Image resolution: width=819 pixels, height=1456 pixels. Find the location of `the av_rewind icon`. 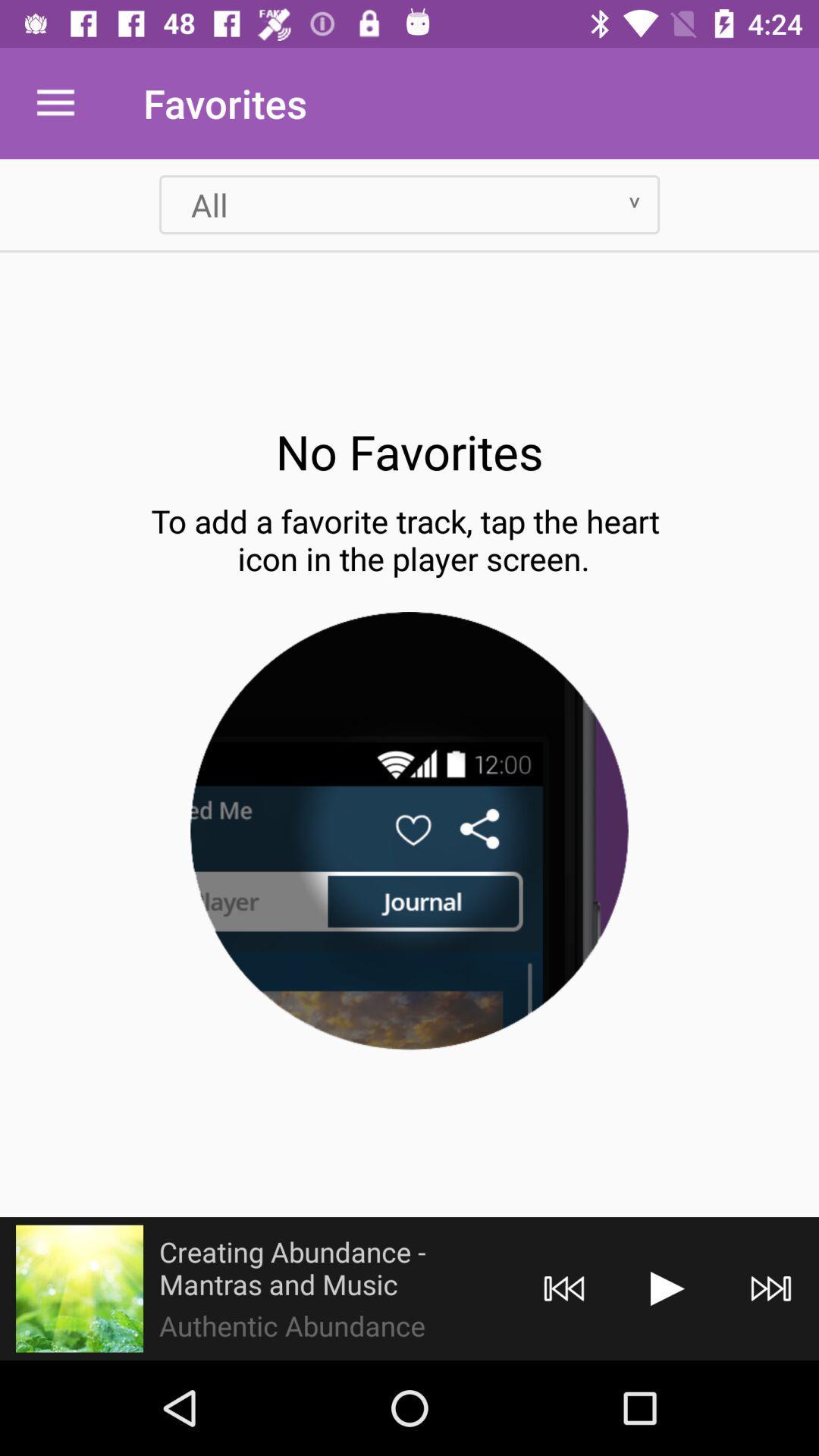

the av_rewind icon is located at coordinates (564, 1288).